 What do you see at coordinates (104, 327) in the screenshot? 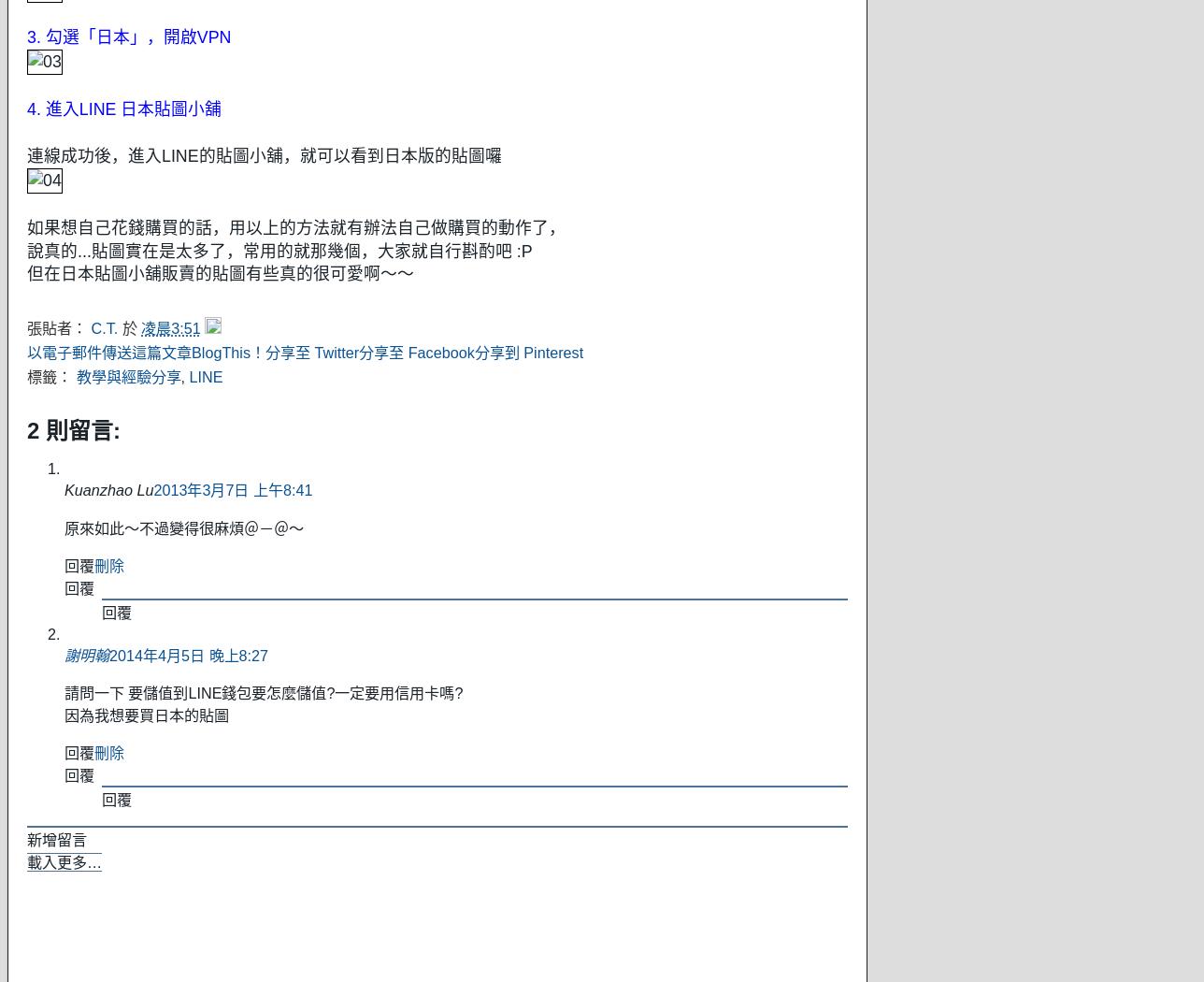
I see `'C.T.'` at bounding box center [104, 327].